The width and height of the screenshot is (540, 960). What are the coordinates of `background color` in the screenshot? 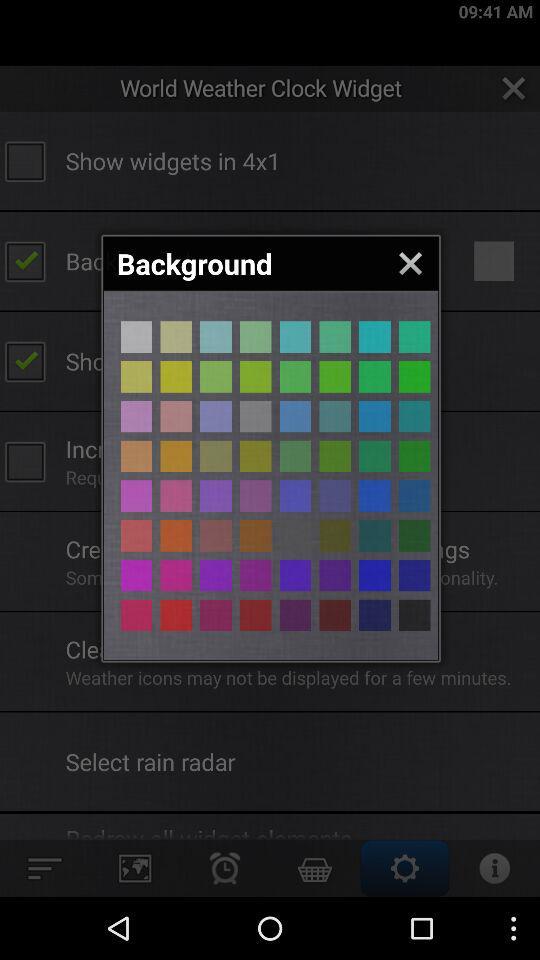 It's located at (215, 375).